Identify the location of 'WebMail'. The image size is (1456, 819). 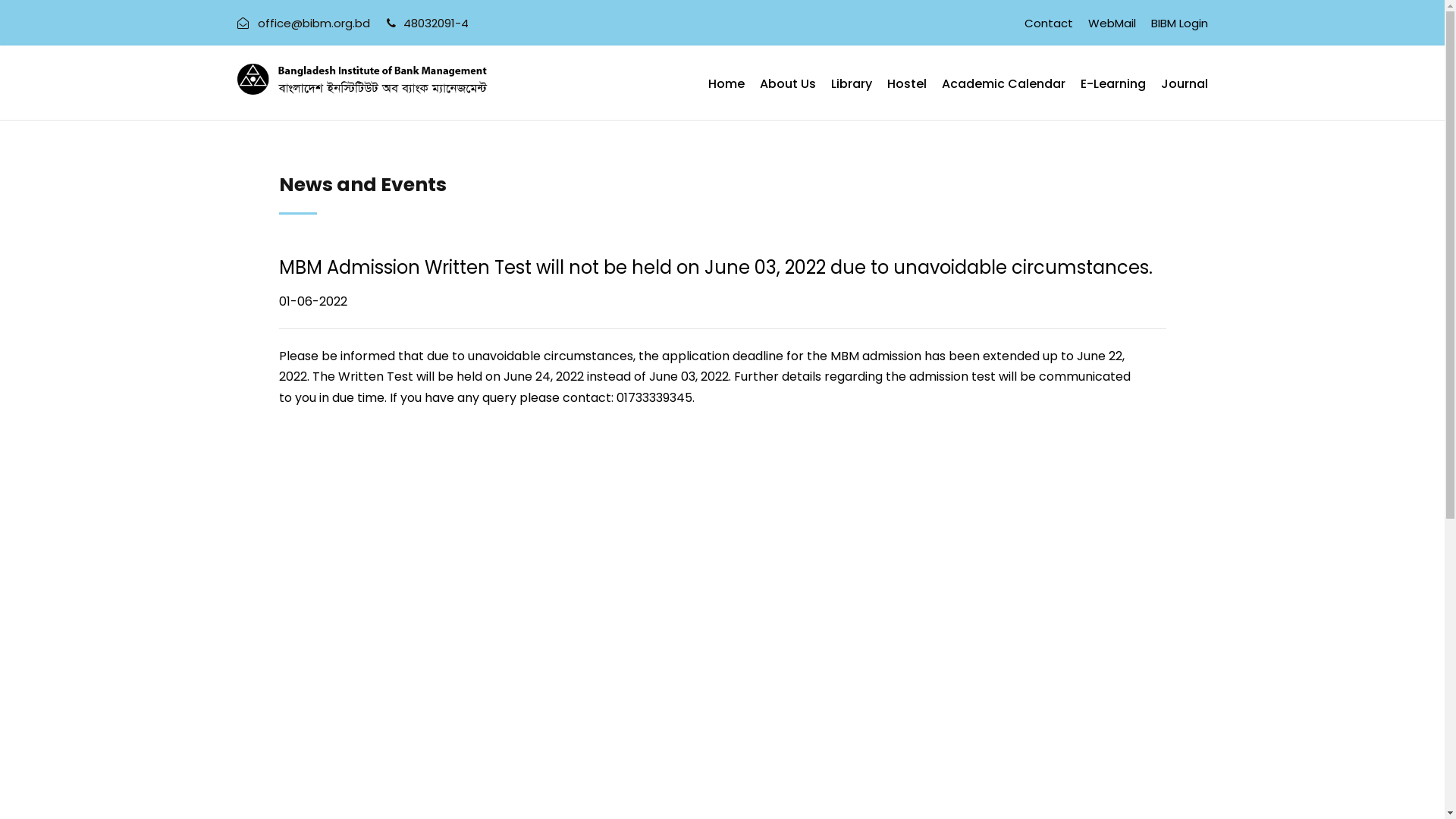
(1087, 30).